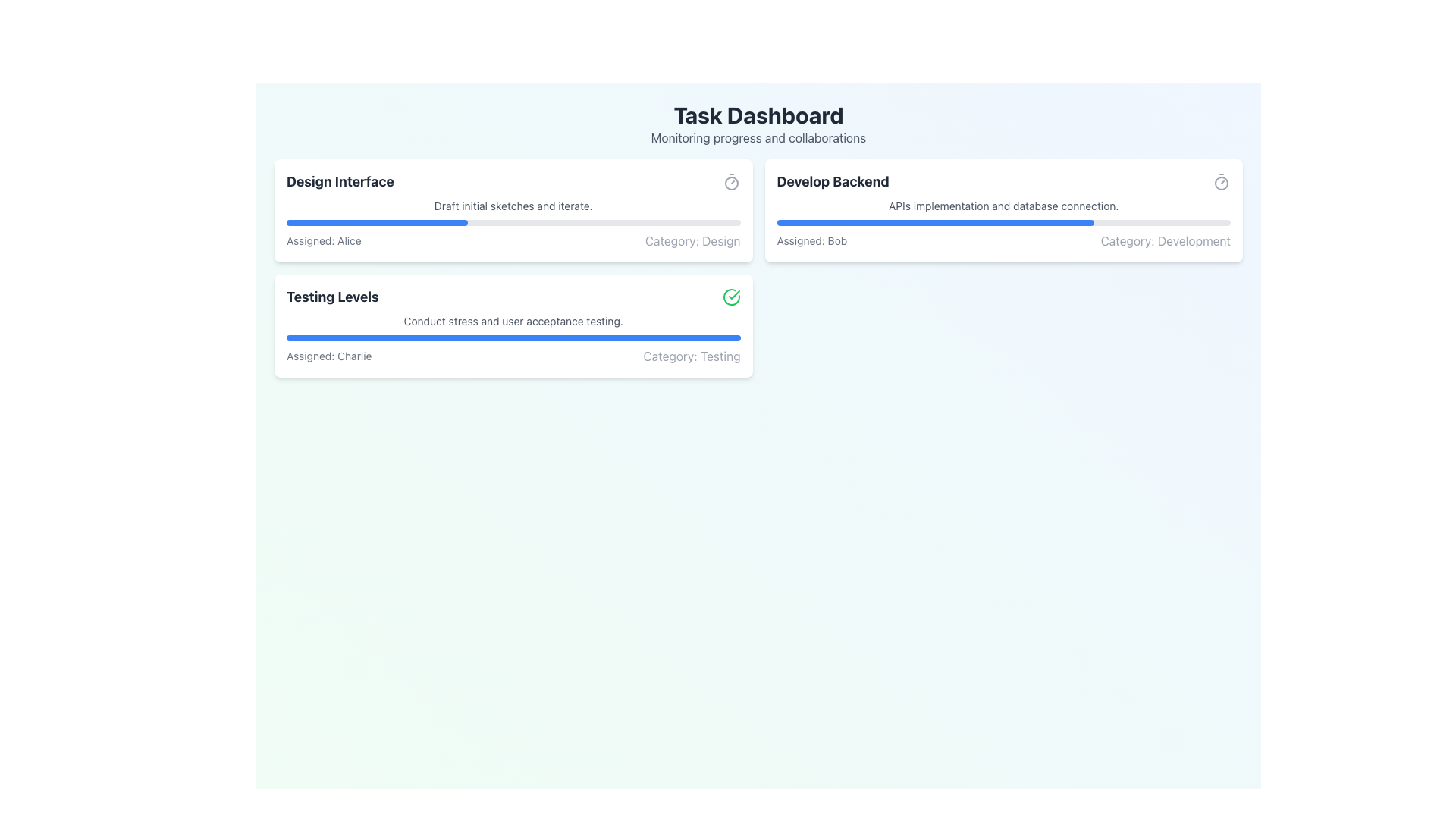 The image size is (1456, 819). What do you see at coordinates (731, 297) in the screenshot?
I see `the icon located to the right of the 'Testing Levels' header` at bounding box center [731, 297].